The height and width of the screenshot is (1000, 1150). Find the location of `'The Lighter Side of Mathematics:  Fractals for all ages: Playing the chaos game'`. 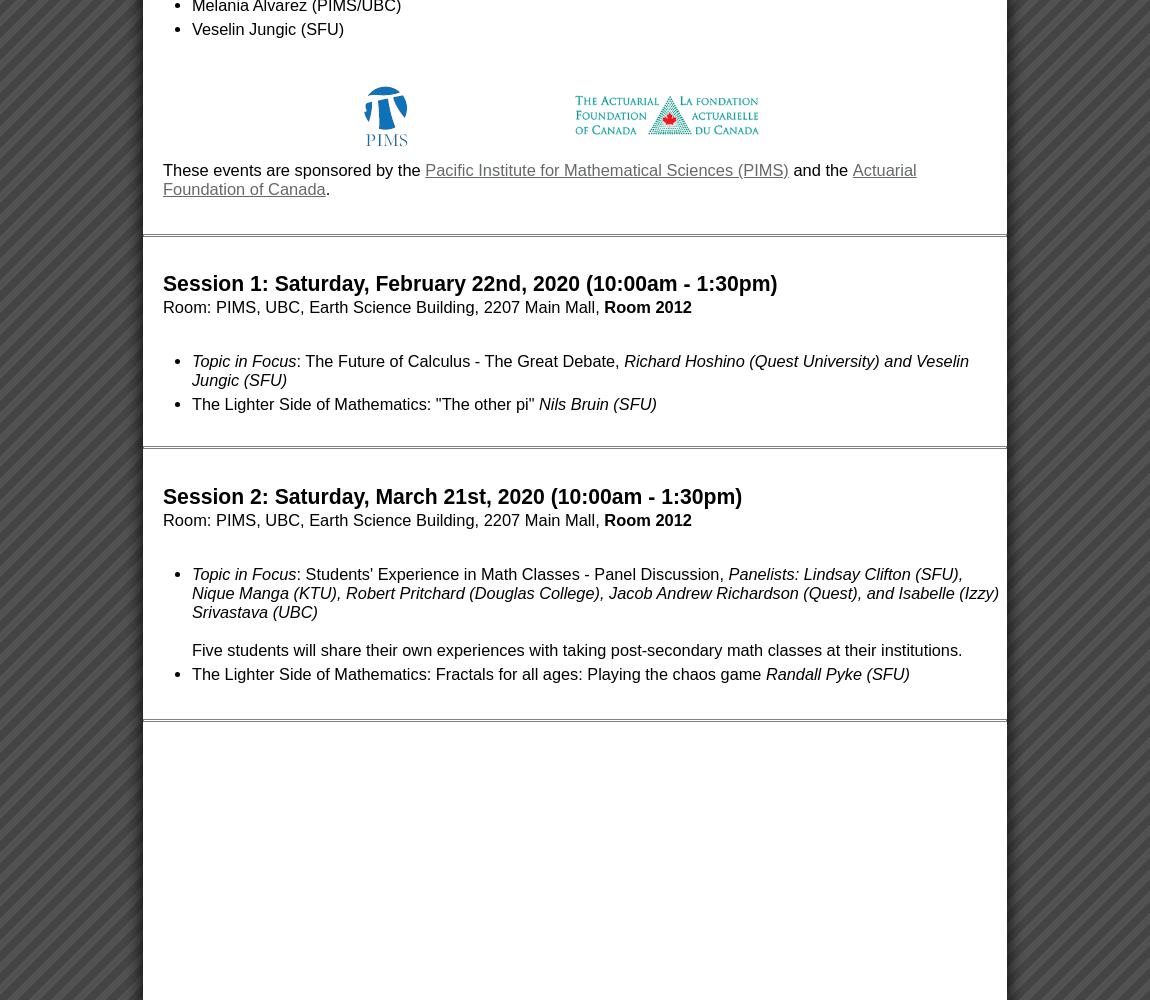

'The Lighter Side of Mathematics:  Fractals for all ages: Playing the chaos game' is located at coordinates (478, 673).